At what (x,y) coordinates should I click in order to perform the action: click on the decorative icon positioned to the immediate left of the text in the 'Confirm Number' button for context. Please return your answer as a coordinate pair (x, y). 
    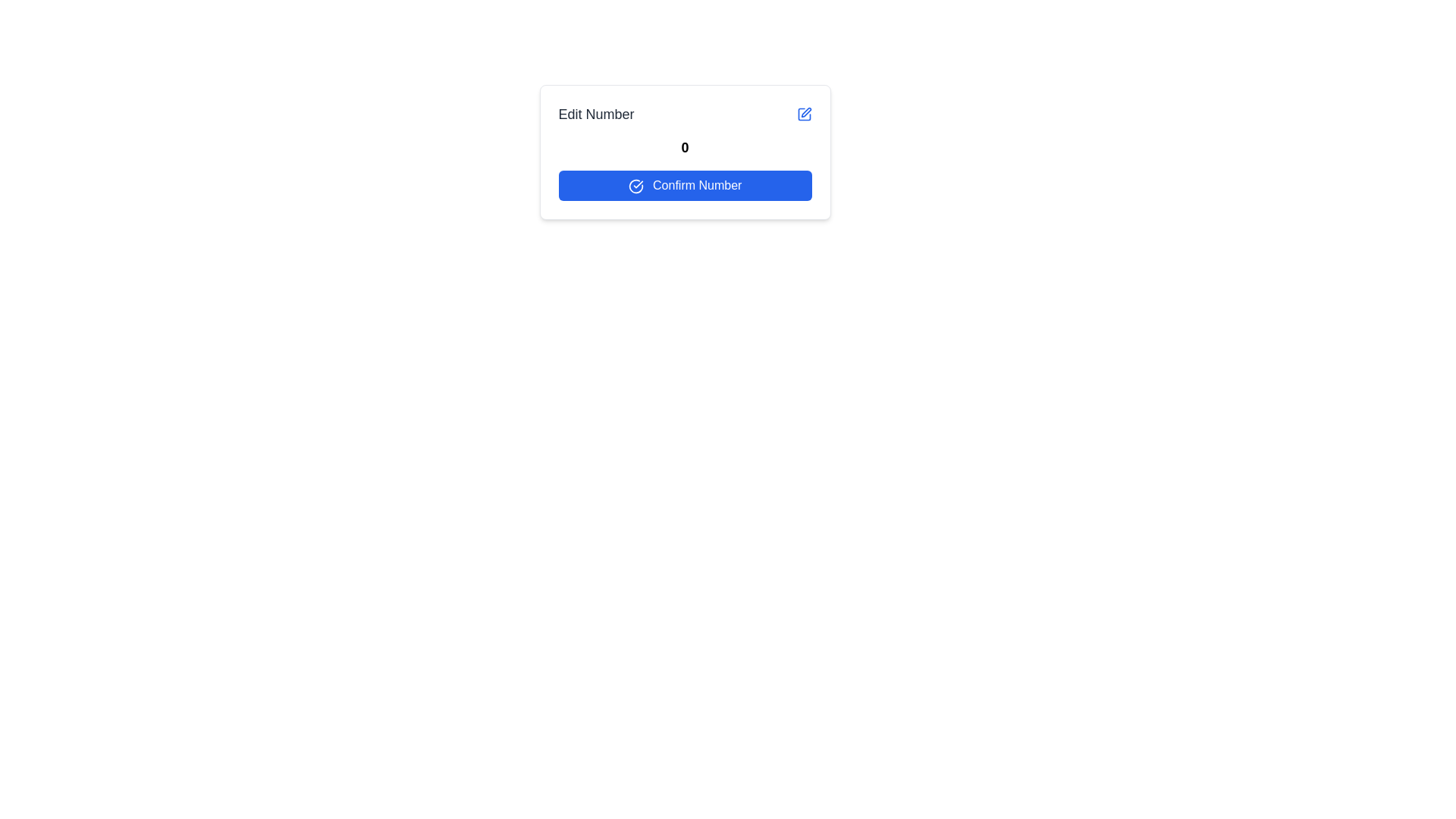
    Looking at the image, I should click on (635, 185).